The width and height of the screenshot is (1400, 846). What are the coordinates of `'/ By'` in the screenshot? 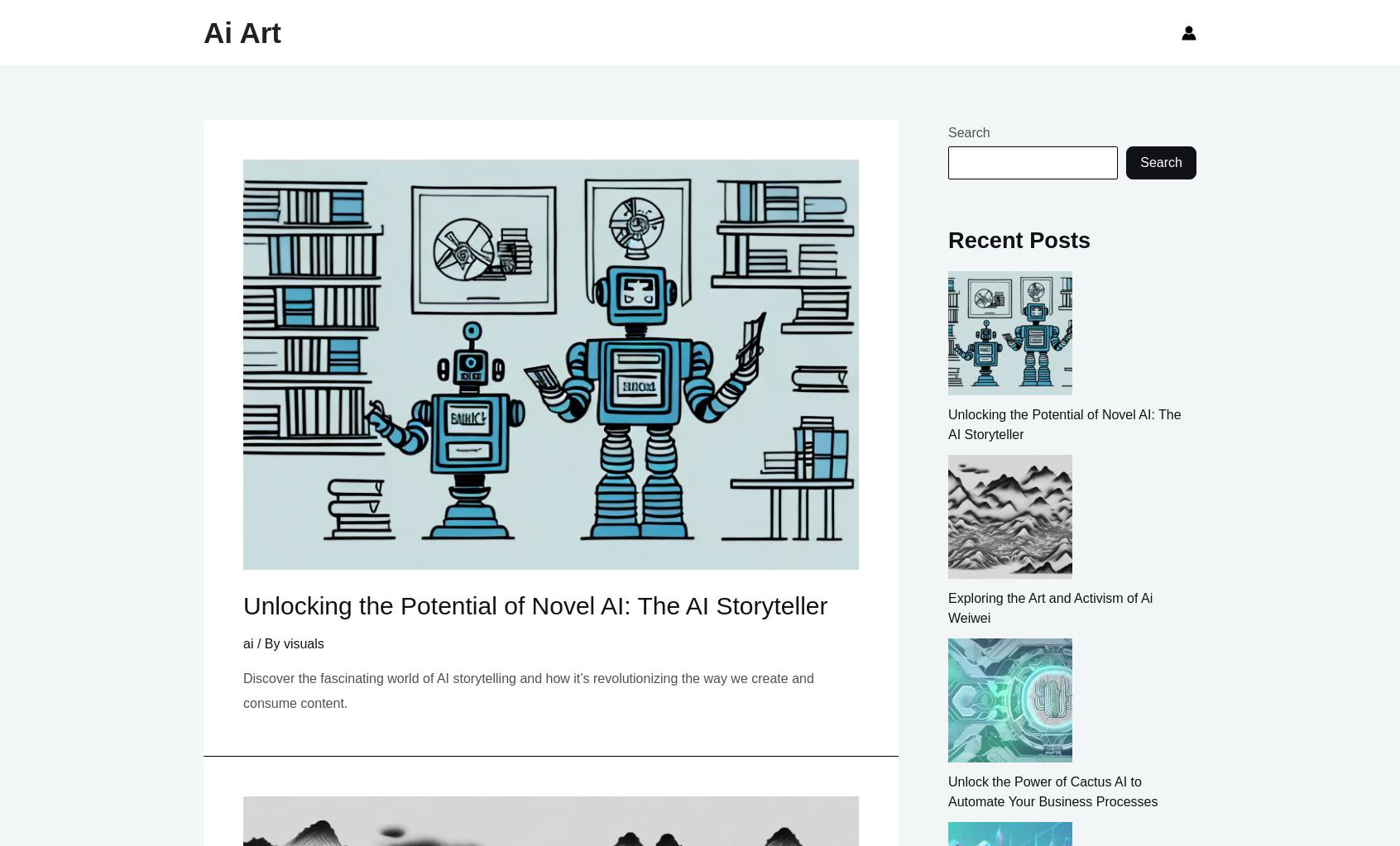 It's located at (252, 643).